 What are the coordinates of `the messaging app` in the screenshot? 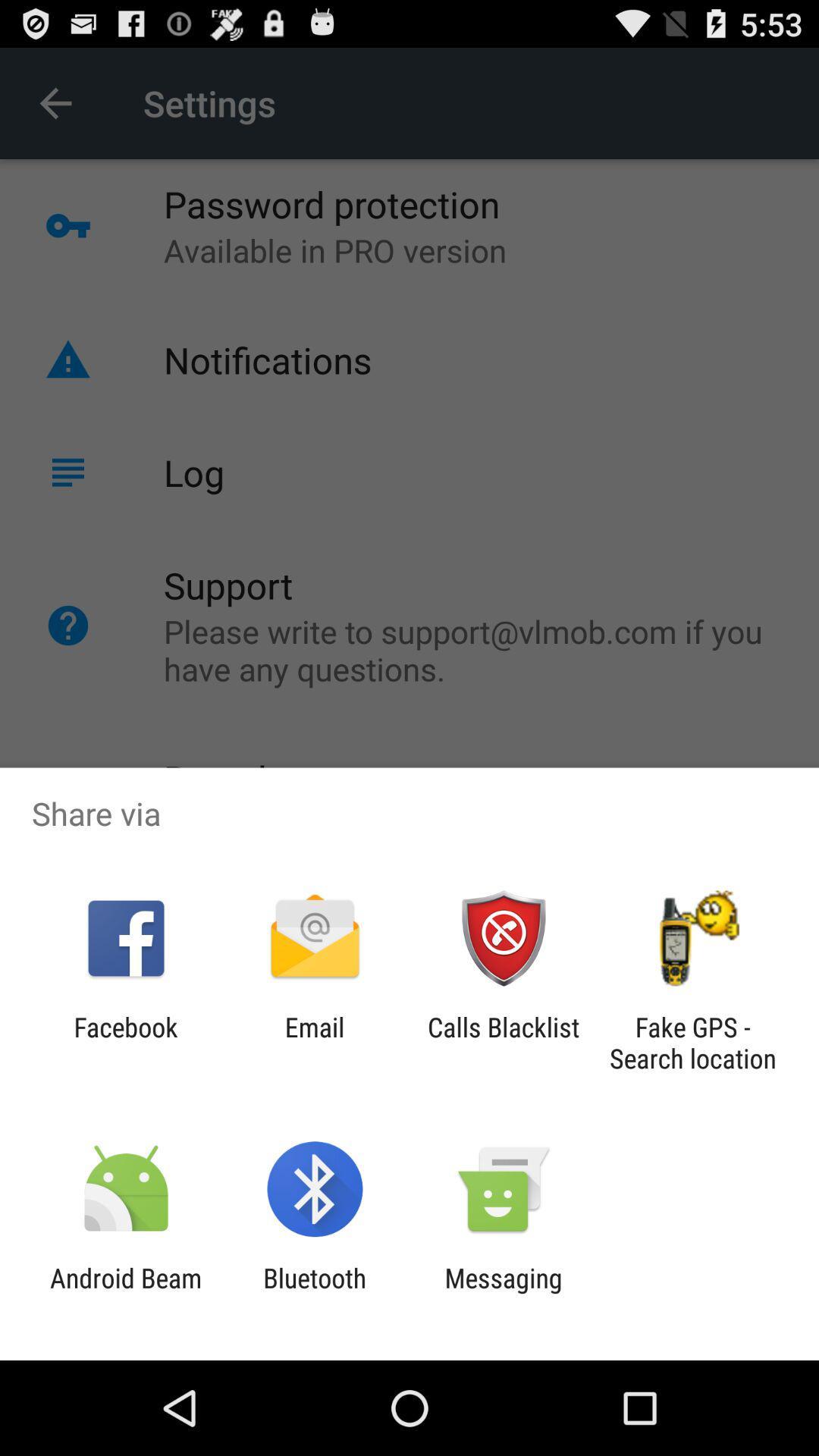 It's located at (504, 1293).